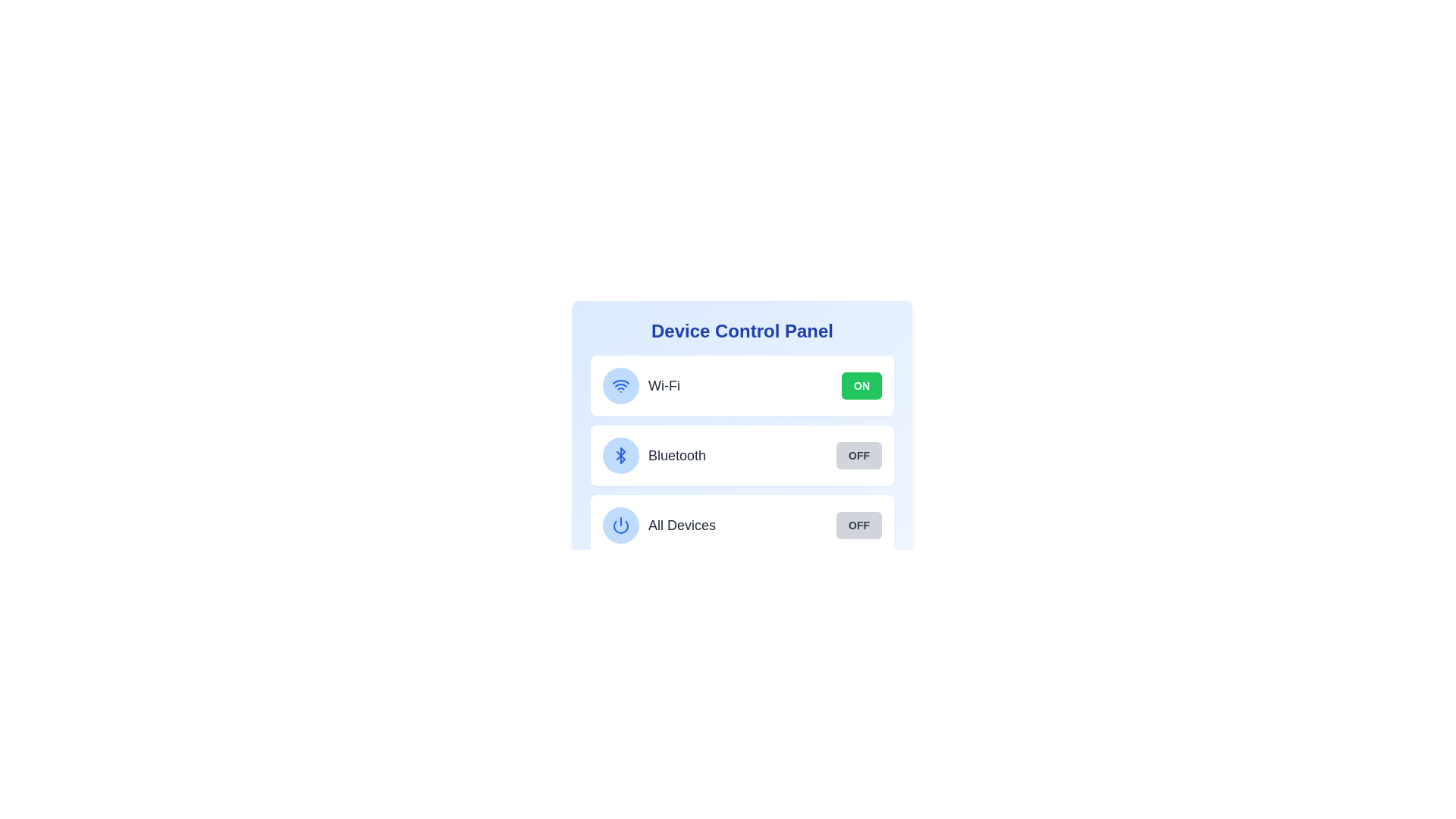  I want to click on the toggle button for 'All Devices' located on the right side of the row in the 'Device Control Panel', so click(858, 525).